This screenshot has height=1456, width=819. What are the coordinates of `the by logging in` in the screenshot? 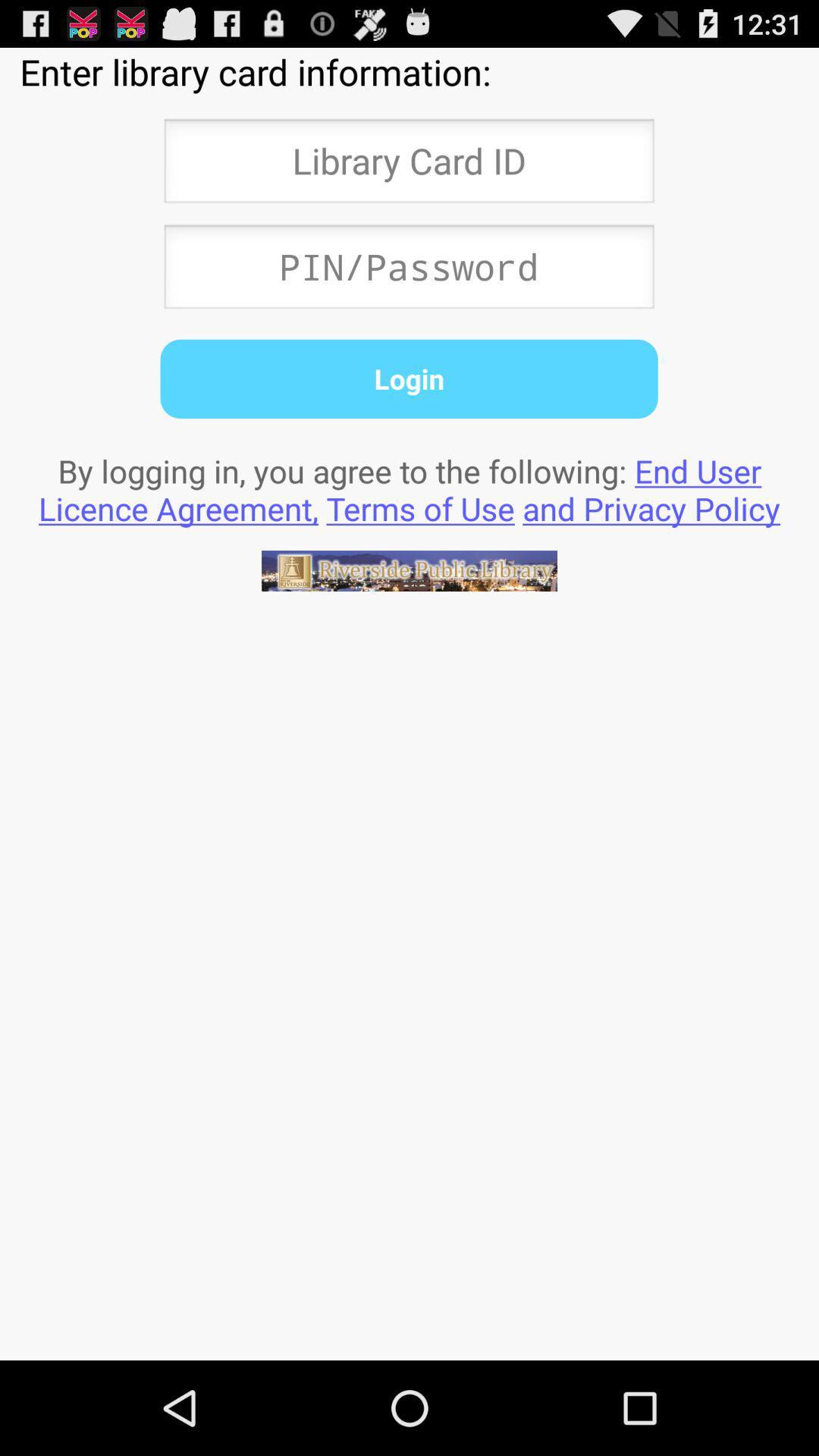 It's located at (409, 489).